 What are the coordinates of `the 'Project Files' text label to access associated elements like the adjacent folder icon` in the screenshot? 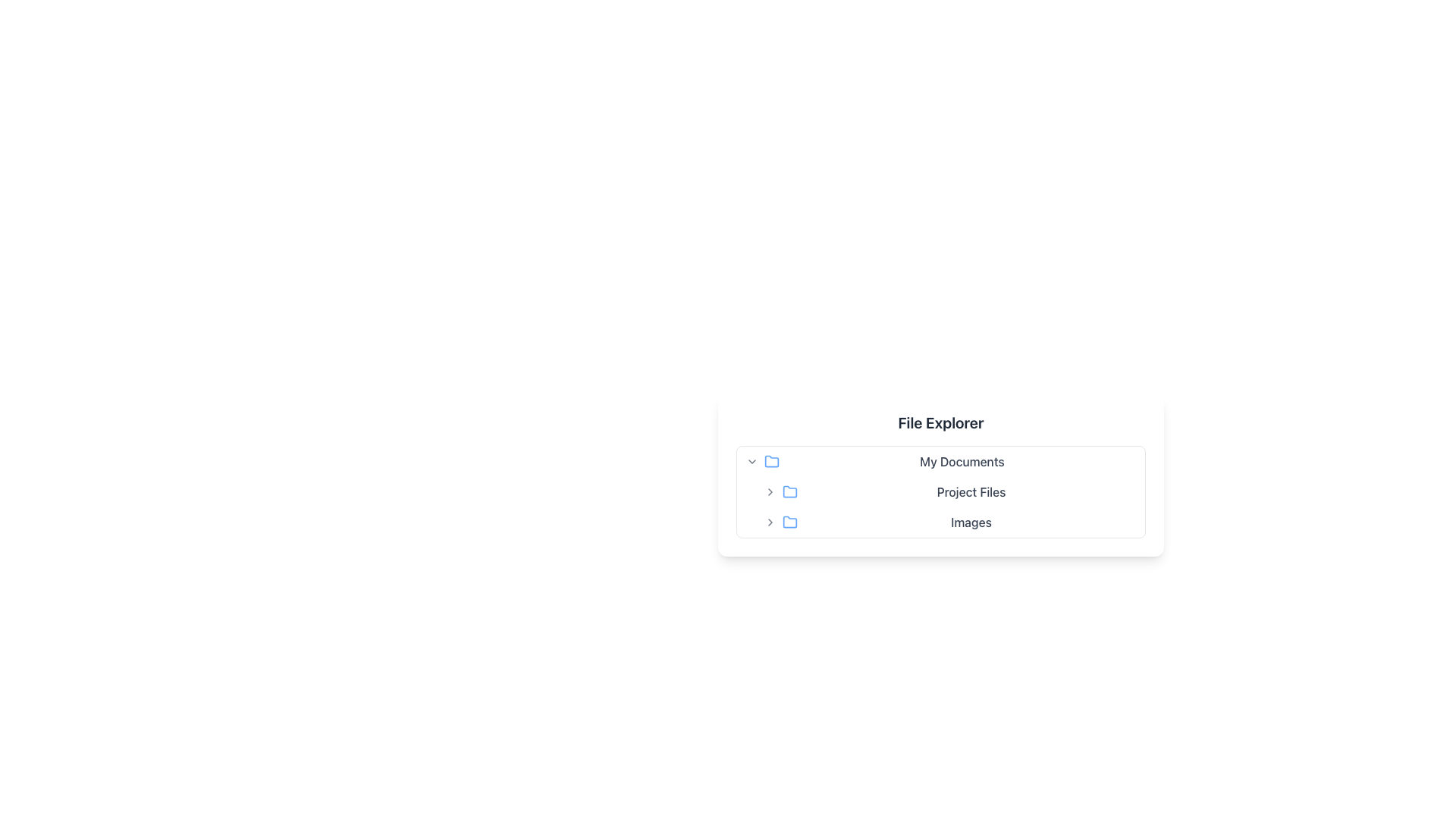 It's located at (971, 491).